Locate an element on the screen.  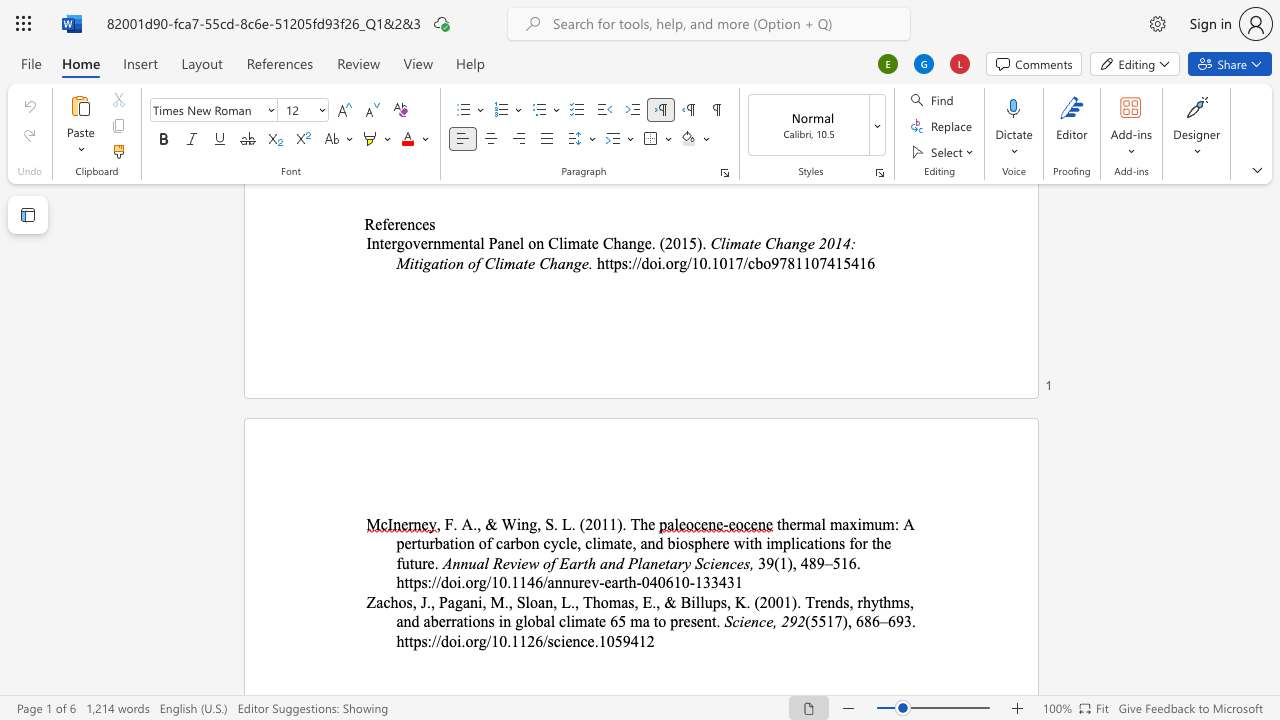
the 3th character "e" in the text is located at coordinates (725, 543).